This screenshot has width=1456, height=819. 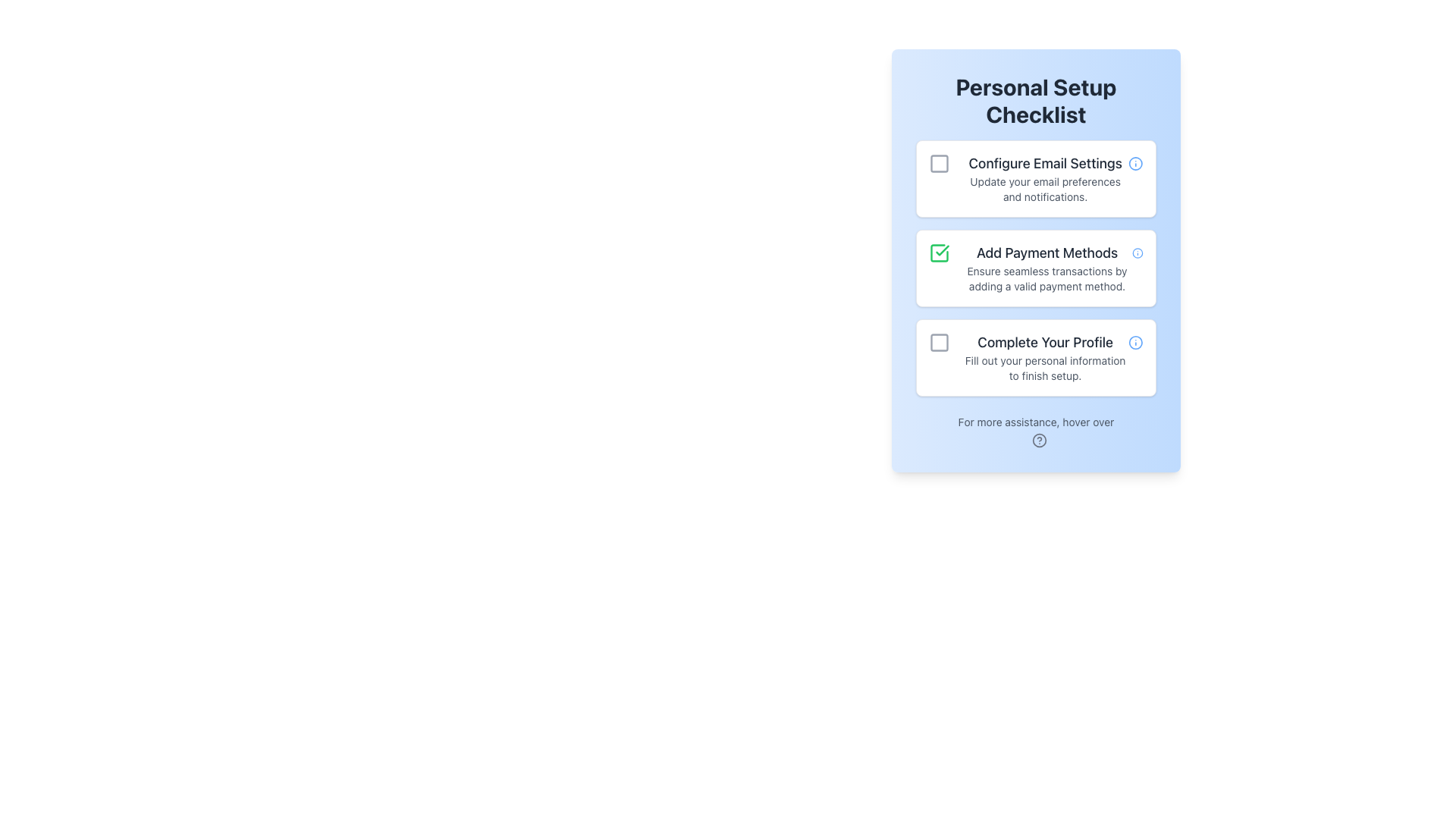 I want to click on the section header Text Label that introduces the corresponding action for users, located in the middle checklist card, surrounded by a checkmark icon to the left and explanatory text below, so click(x=1046, y=253).